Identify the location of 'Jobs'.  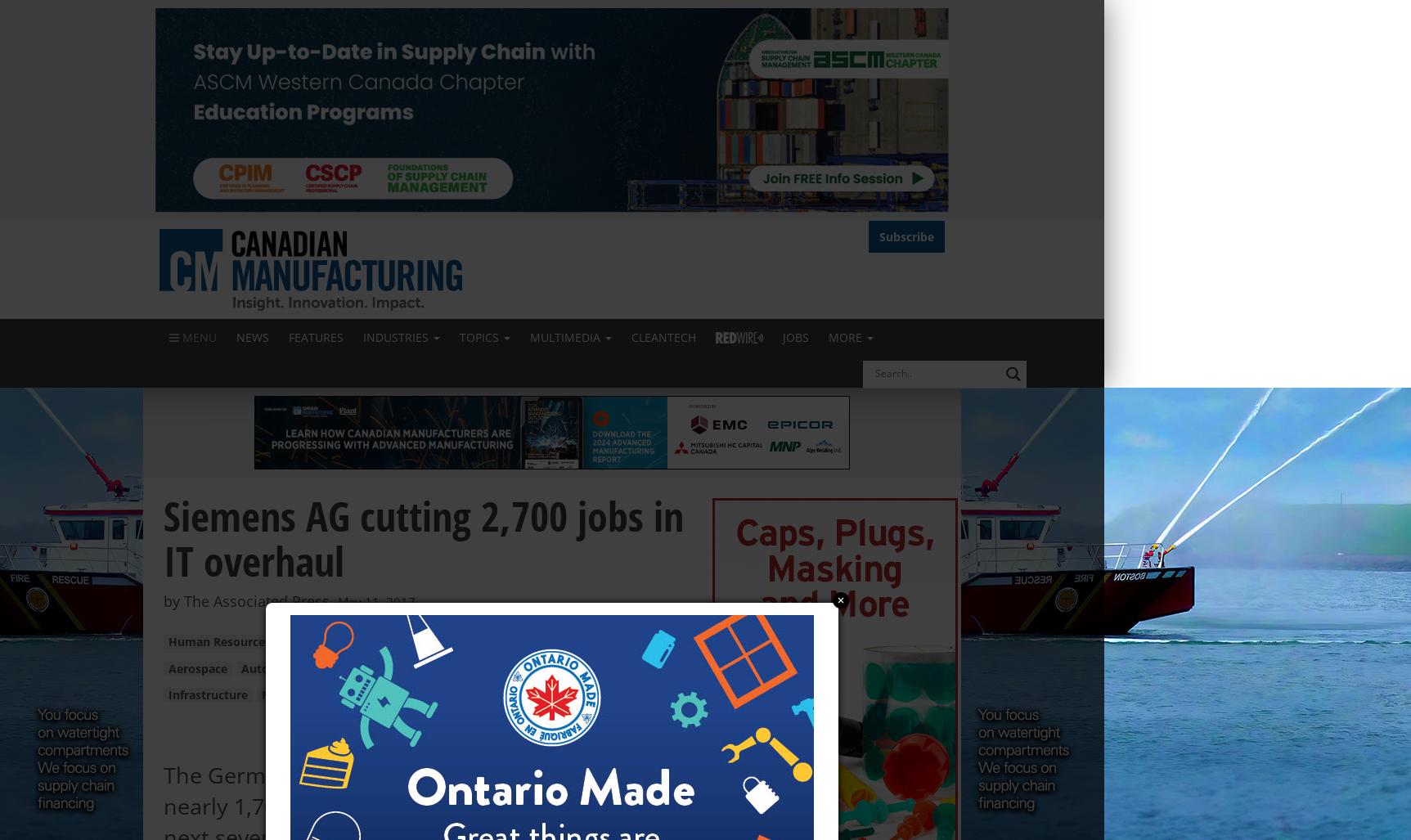
(783, 335).